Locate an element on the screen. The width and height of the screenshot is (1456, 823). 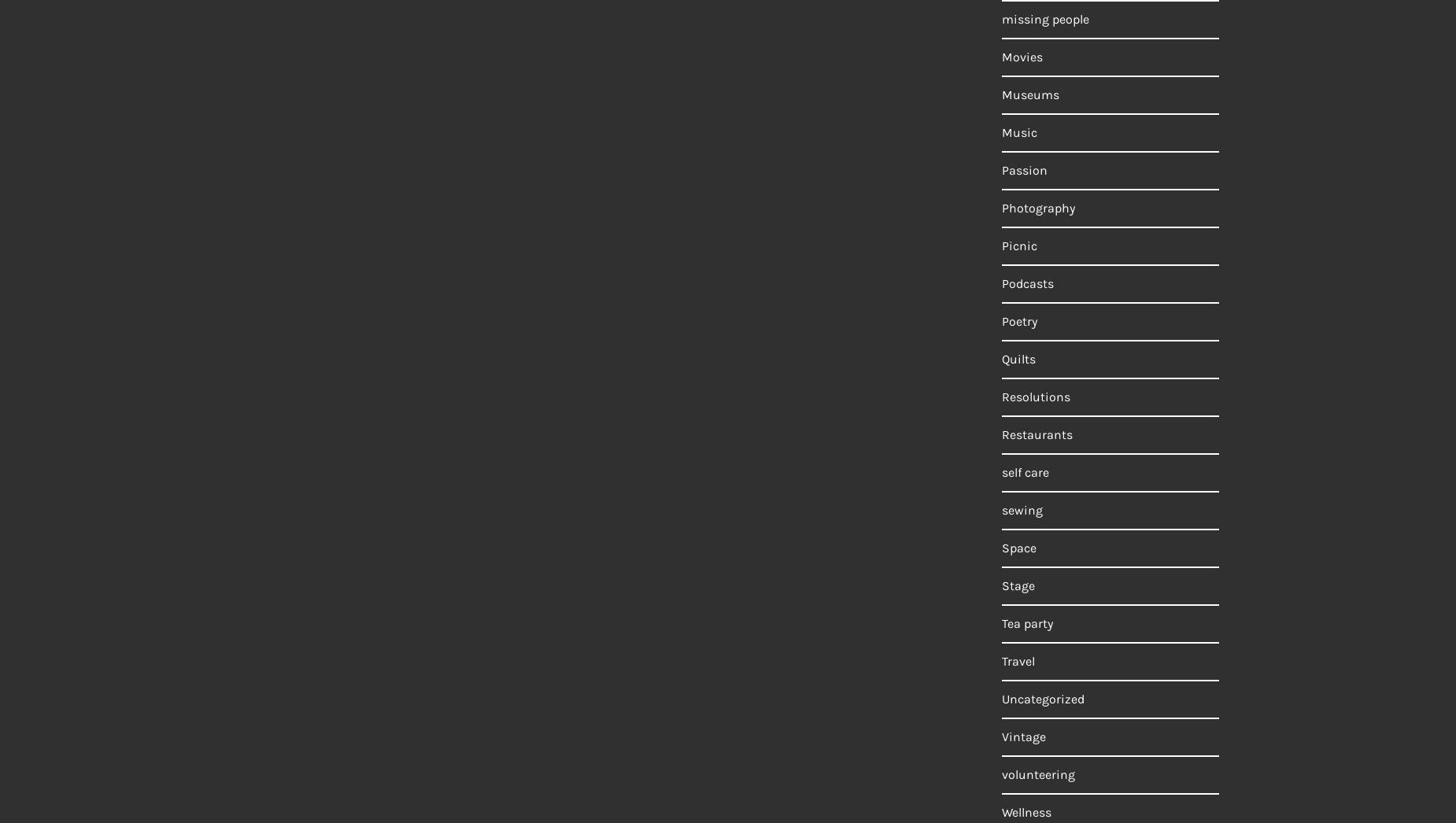
'volunteering' is located at coordinates (1037, 773).